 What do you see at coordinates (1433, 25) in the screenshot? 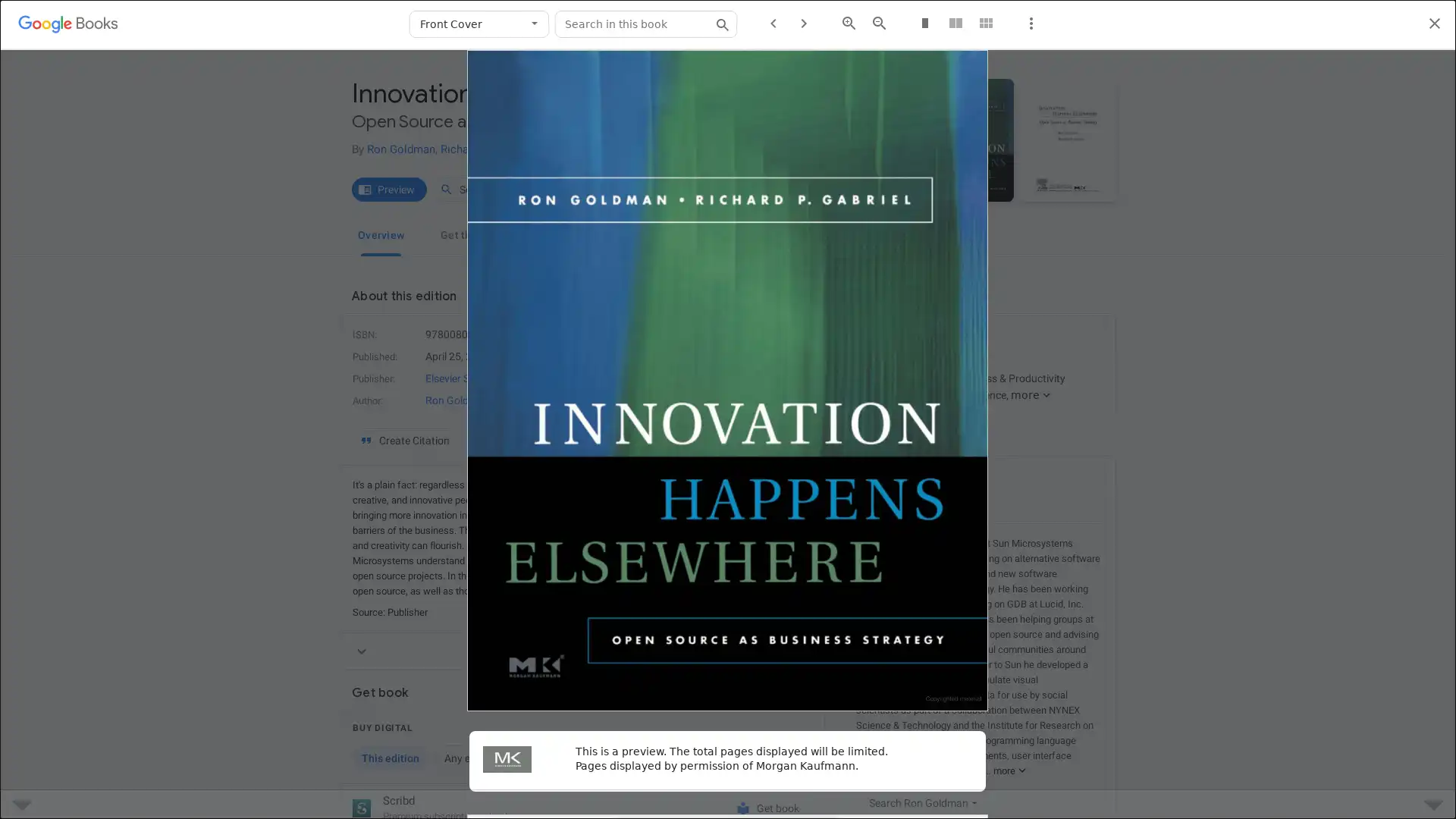
I see `Close preview dialog` at bounding box center [1433, 25].